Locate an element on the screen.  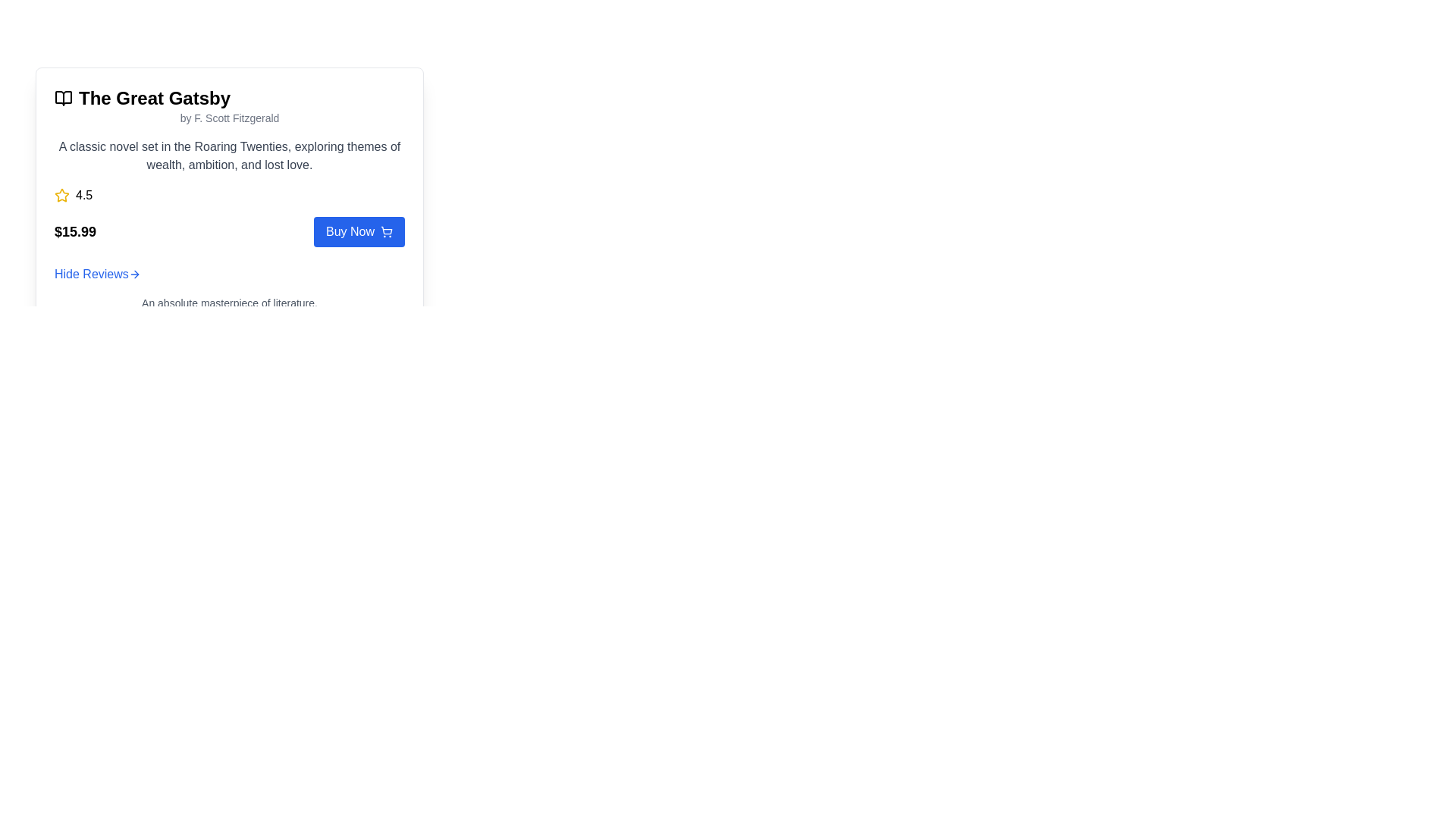
the book-related icon located at the top-left section of the card adjacent to the title 'The Great Gatsby' is located at coordinates (62, 99).